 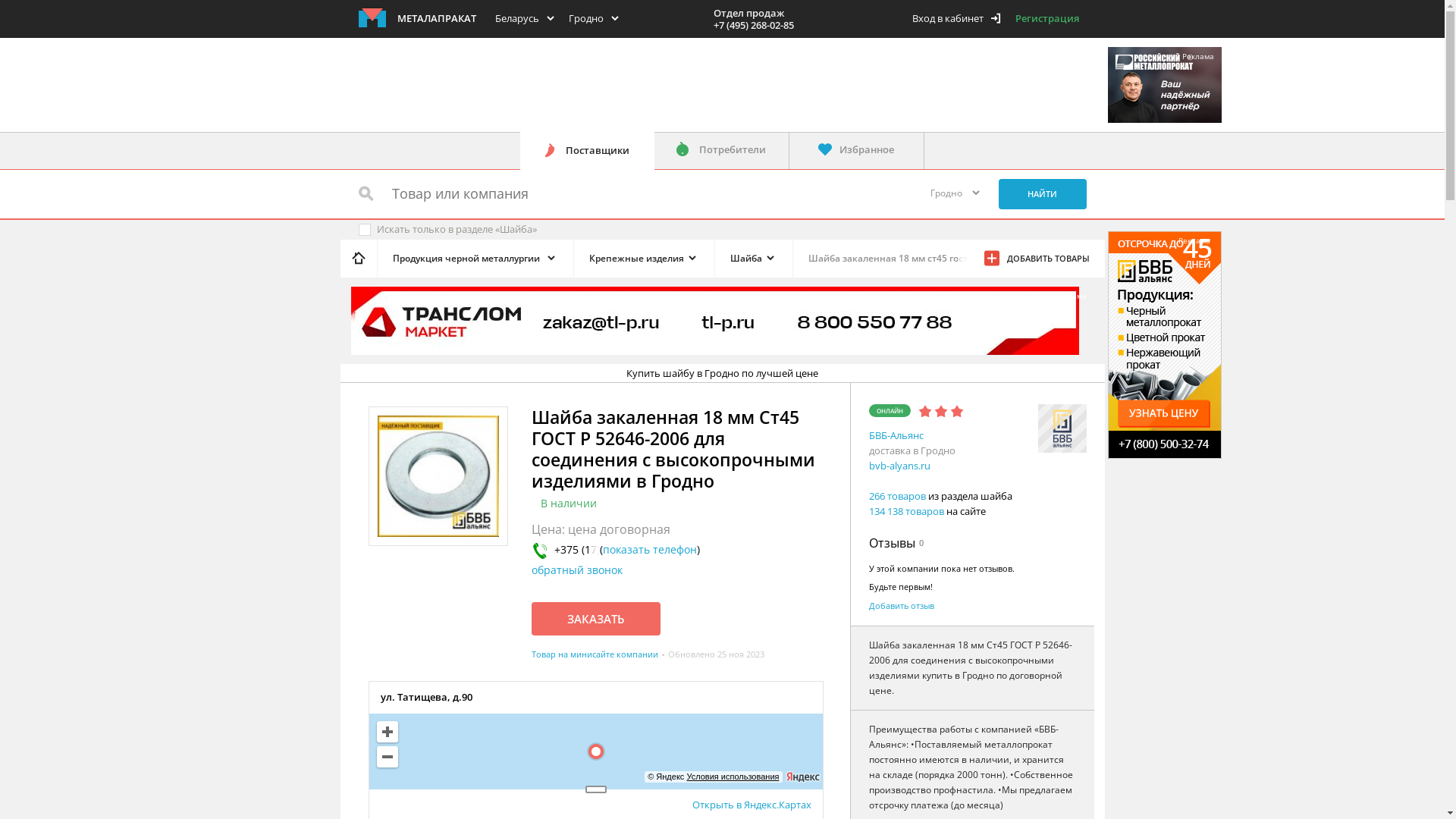 I want to click on 'bvb-alyans.ru', so click(x=899, y=464).